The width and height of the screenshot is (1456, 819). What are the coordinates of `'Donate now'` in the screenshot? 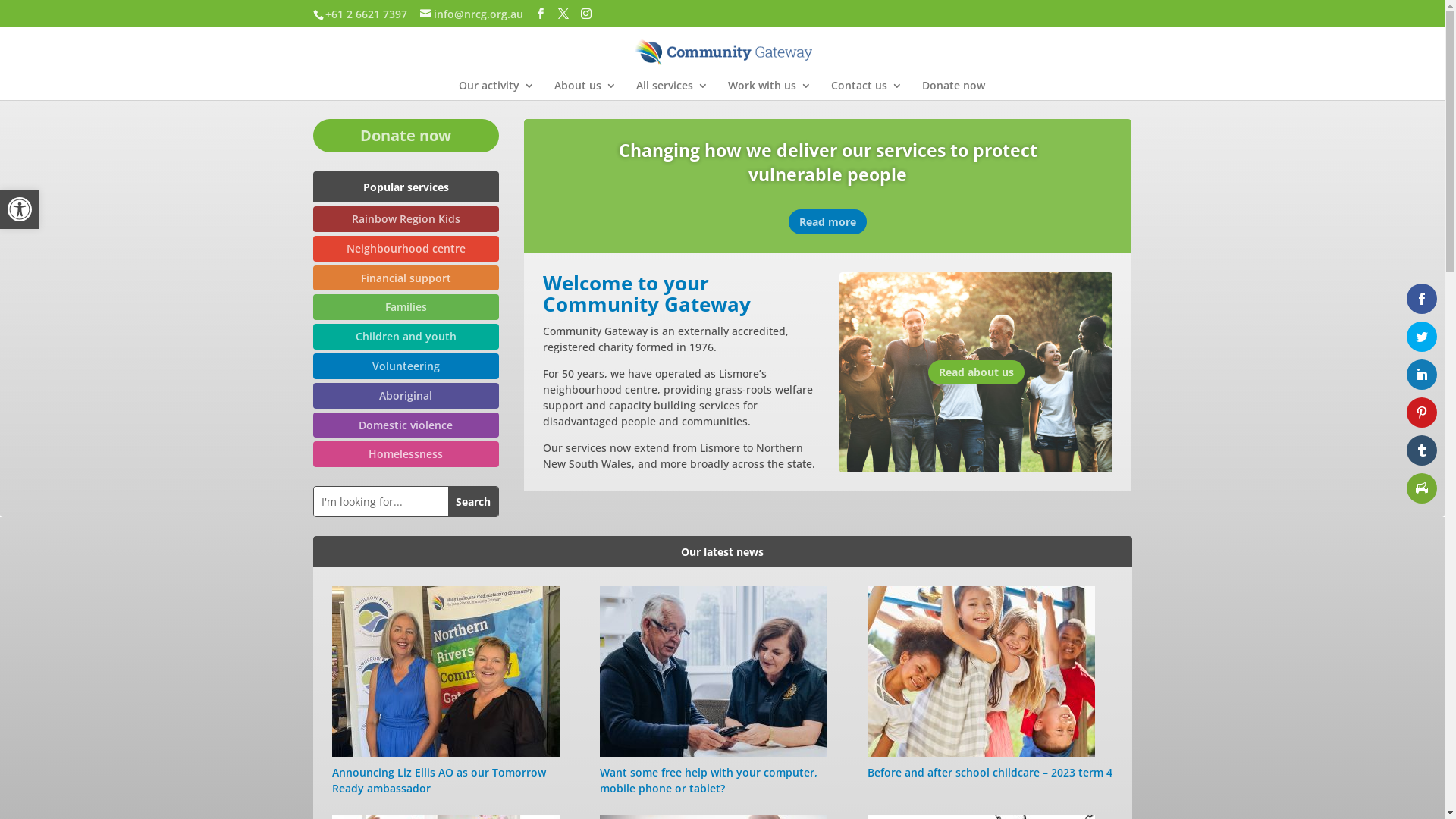 It's located at (312, 134).